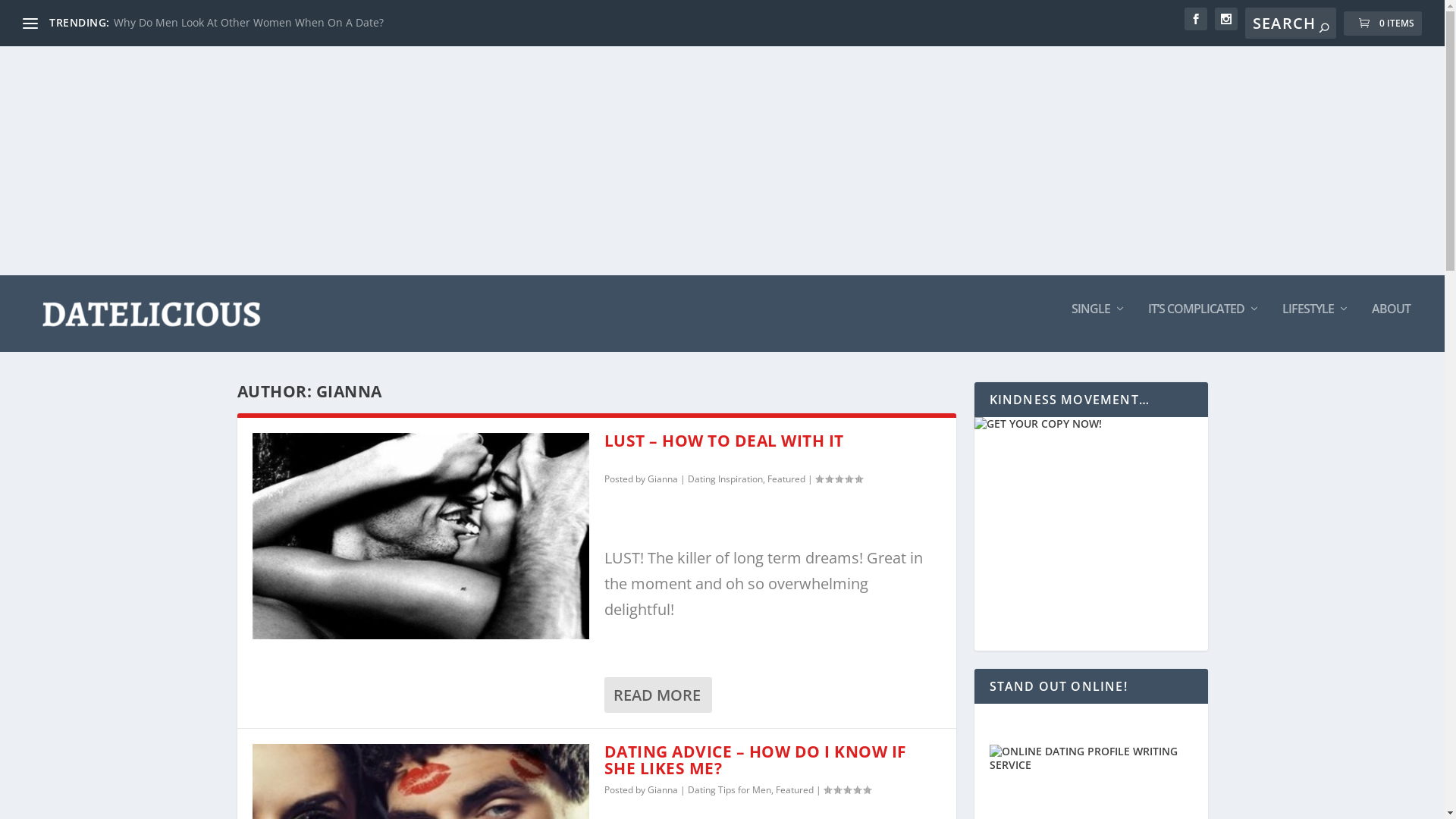  I want to click on 'READ MORE', so click(657, 695).